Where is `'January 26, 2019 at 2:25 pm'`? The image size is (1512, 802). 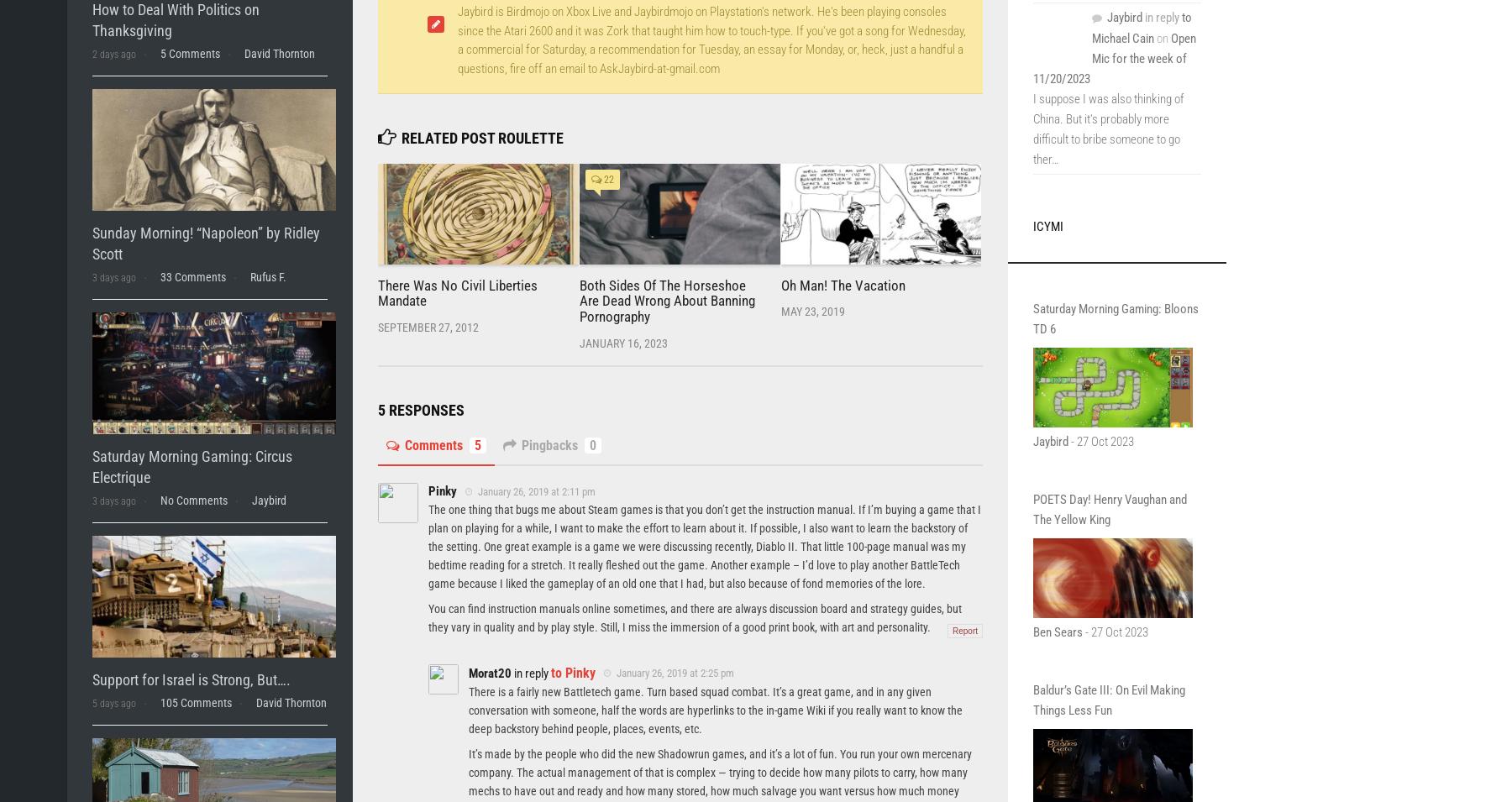 'January 26, 2019 at 2:25 pm' is located at coordinates (616, 672).